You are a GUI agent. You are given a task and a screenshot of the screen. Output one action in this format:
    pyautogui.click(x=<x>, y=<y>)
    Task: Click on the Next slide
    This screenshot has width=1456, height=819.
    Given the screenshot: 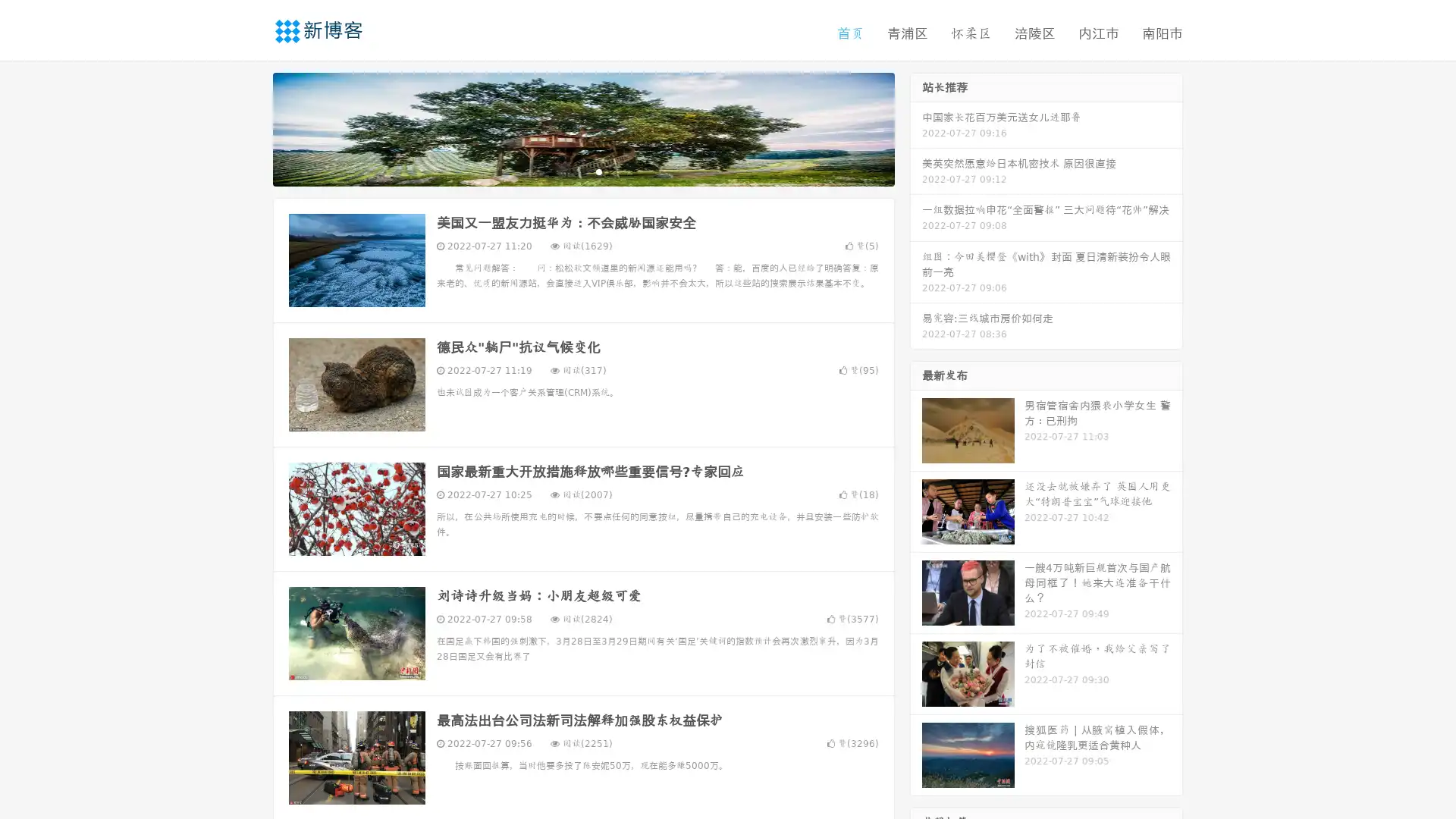 What is the action you would take?
    pyautogui.click(x=916, y=127)
    